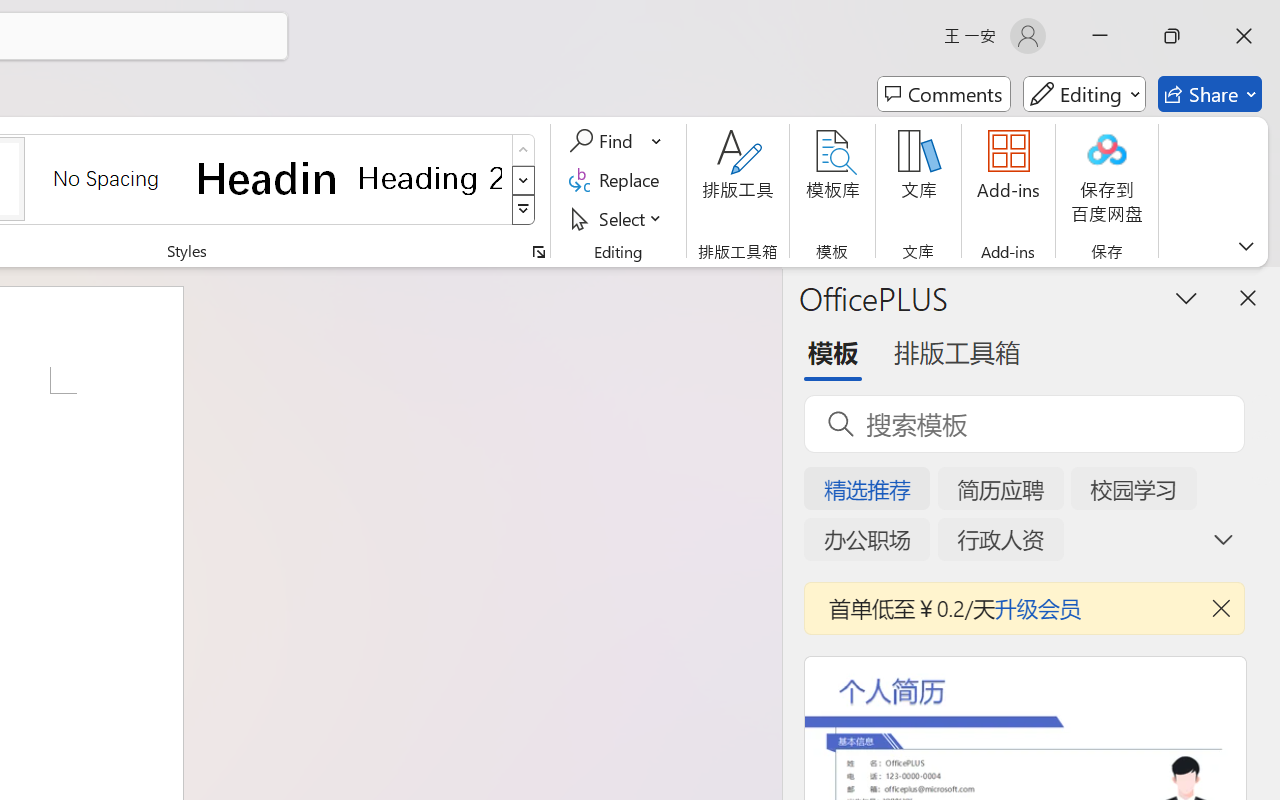 The width and height of the screenshot is (1280, 800). What do you see at coordinates (538, 251) in the screenshot?
I see `'Styles...'` at bounding box center [538, 251].